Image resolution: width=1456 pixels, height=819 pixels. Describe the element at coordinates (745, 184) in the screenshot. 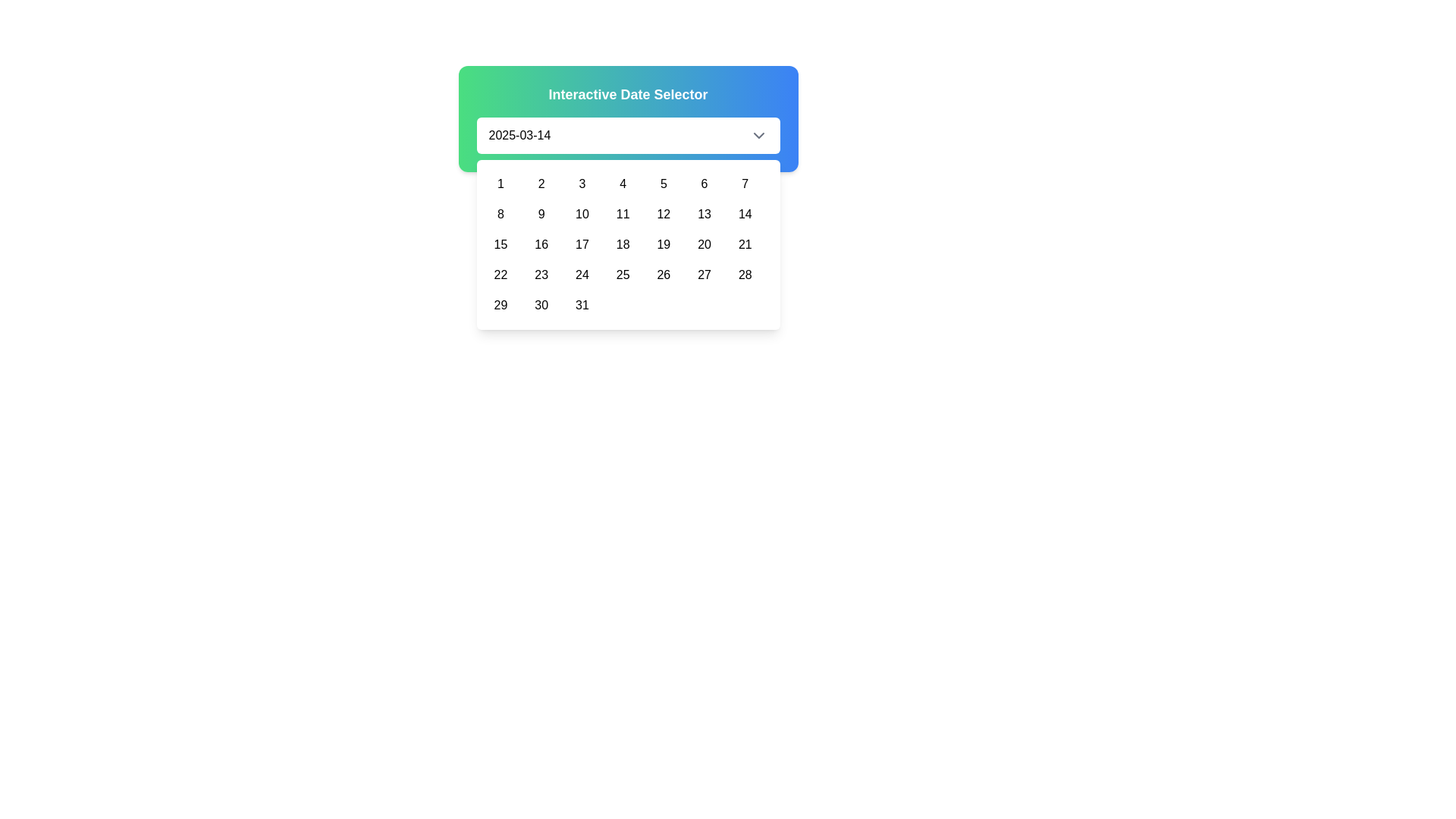

I see `the small, rounded square-shaped button labeled '7' in the calendar interface` at that location.